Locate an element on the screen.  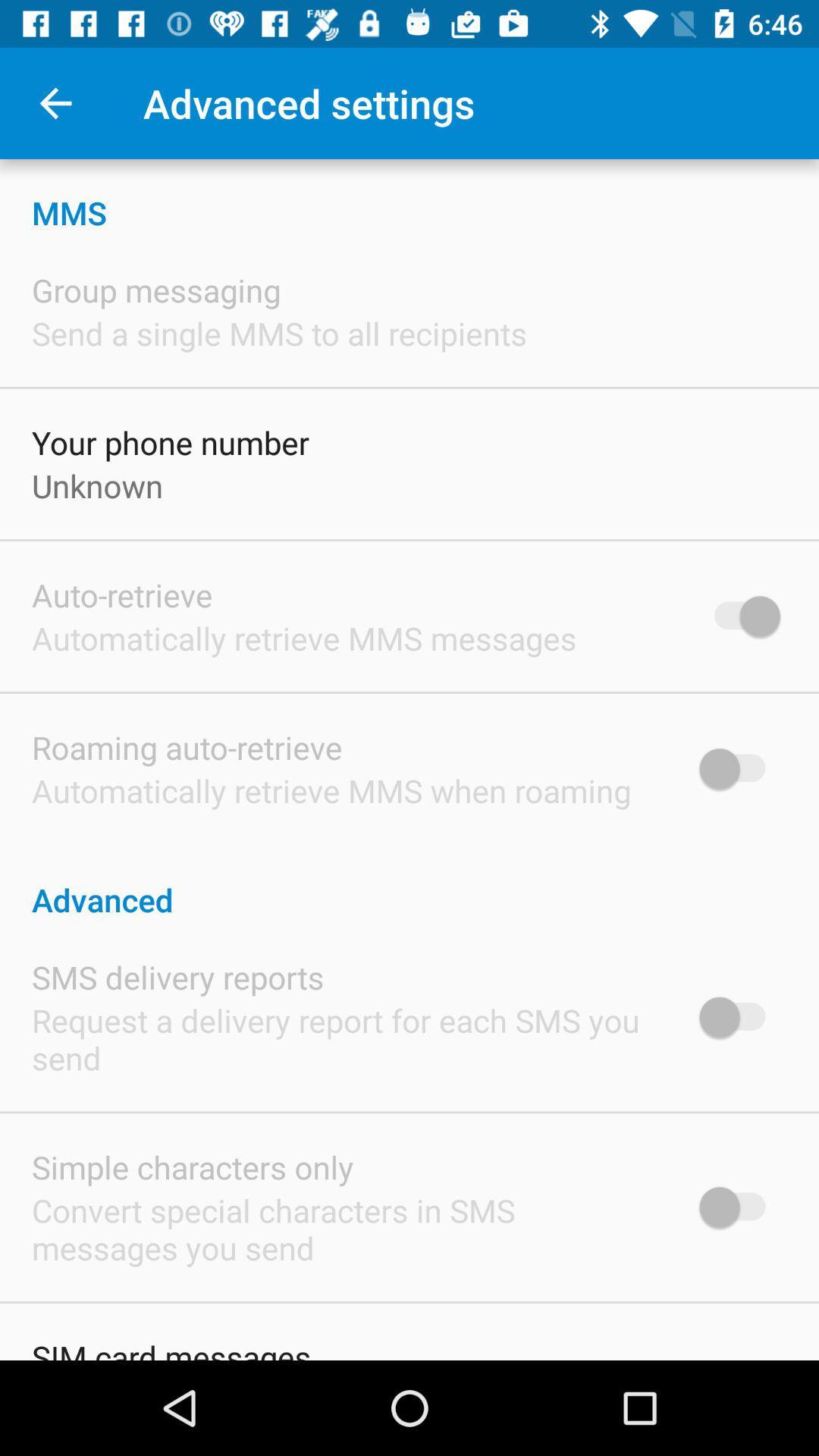
item next to the advanced settings icon is located at coordinates (55, 102).